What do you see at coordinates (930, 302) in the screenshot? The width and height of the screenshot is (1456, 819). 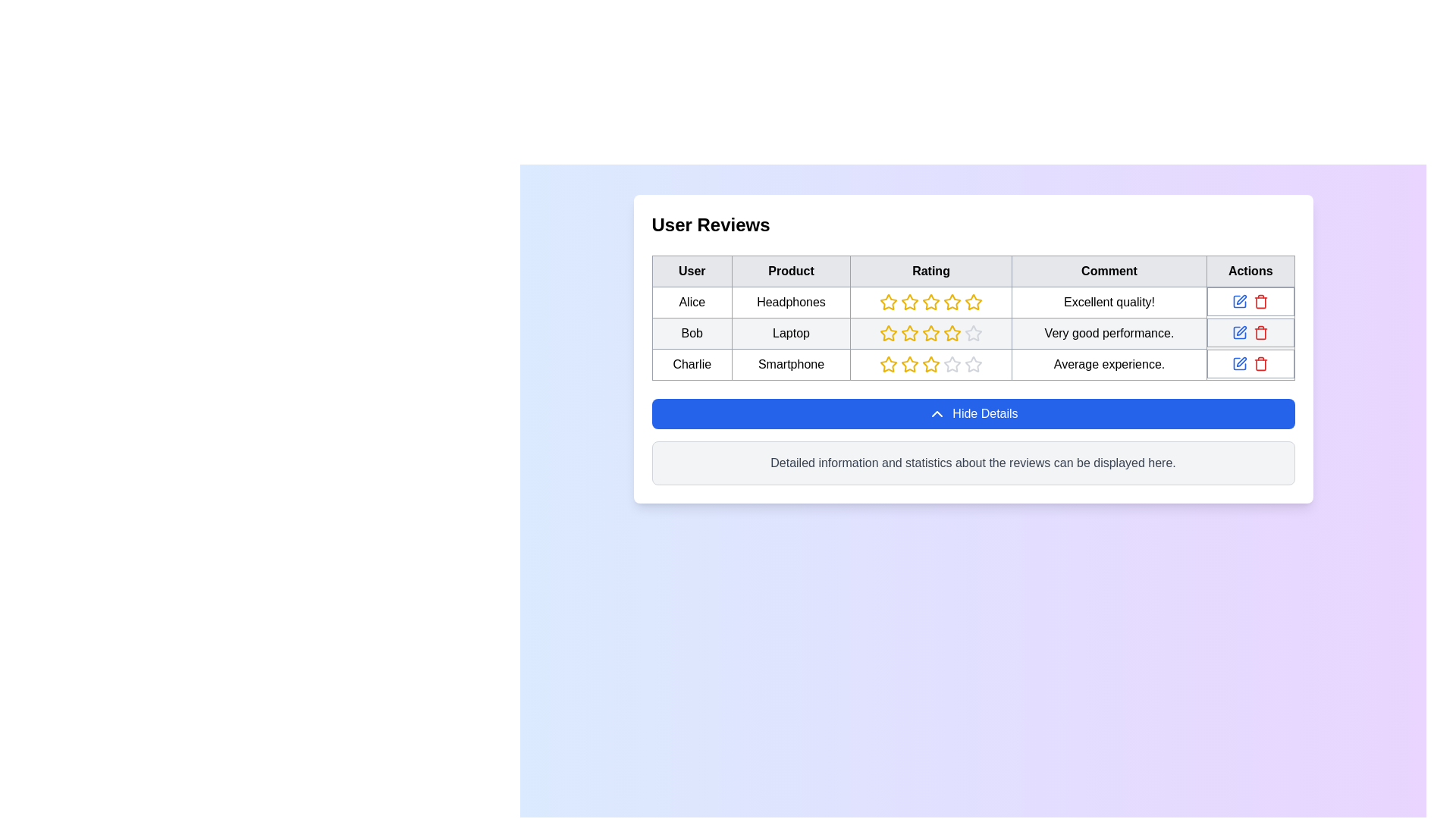 I see `the third star in the five-star rating system located in the 'Rating' column for the user 'Alice' and product 'Headphones'` at bounding box center [930, 302].